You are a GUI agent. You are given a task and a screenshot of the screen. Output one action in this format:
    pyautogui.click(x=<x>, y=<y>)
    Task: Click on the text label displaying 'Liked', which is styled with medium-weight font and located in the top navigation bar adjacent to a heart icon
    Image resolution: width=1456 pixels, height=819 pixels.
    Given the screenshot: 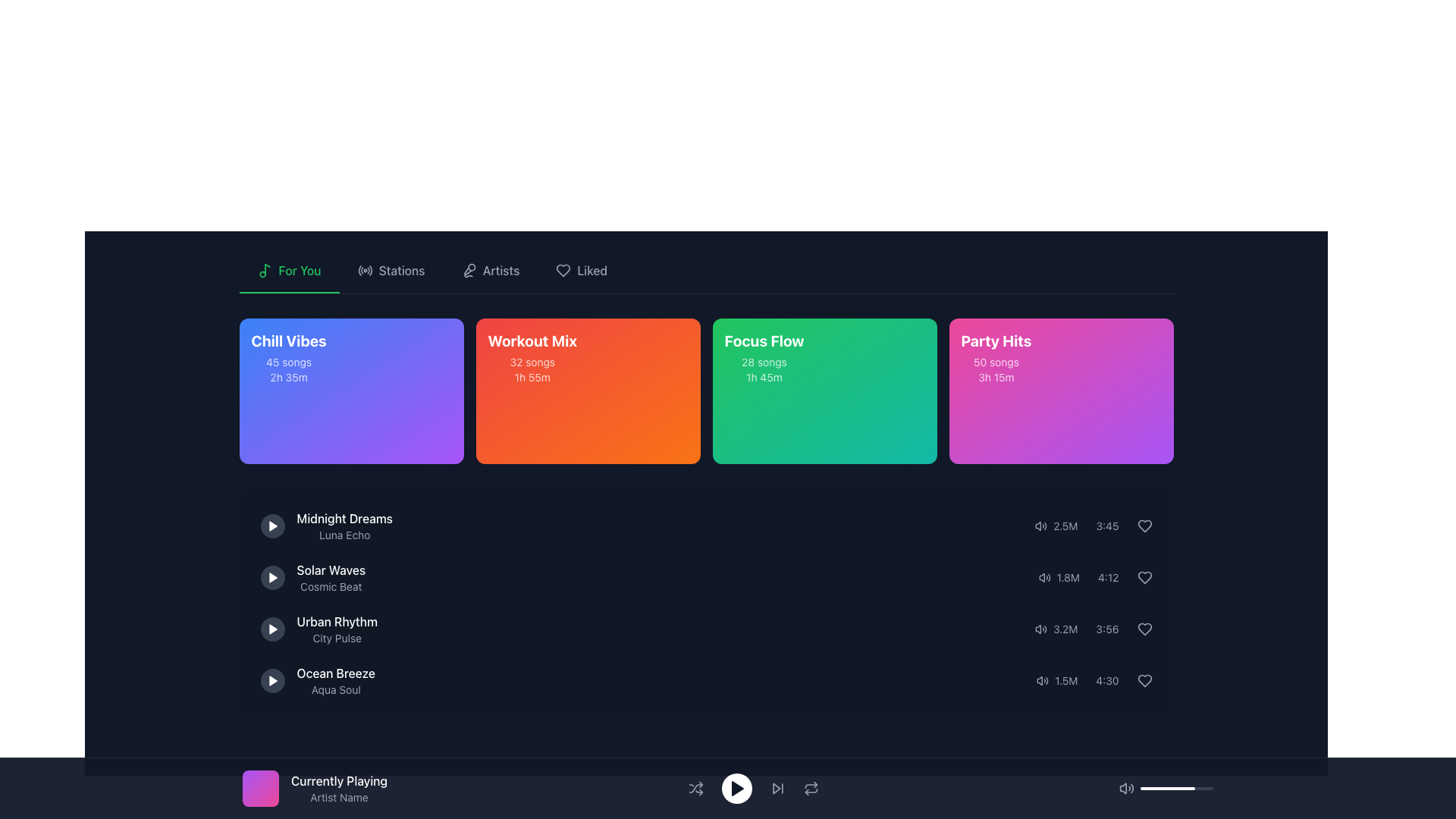 What is the action you would take?
    pyautogui.click(x=591, y=270)
    